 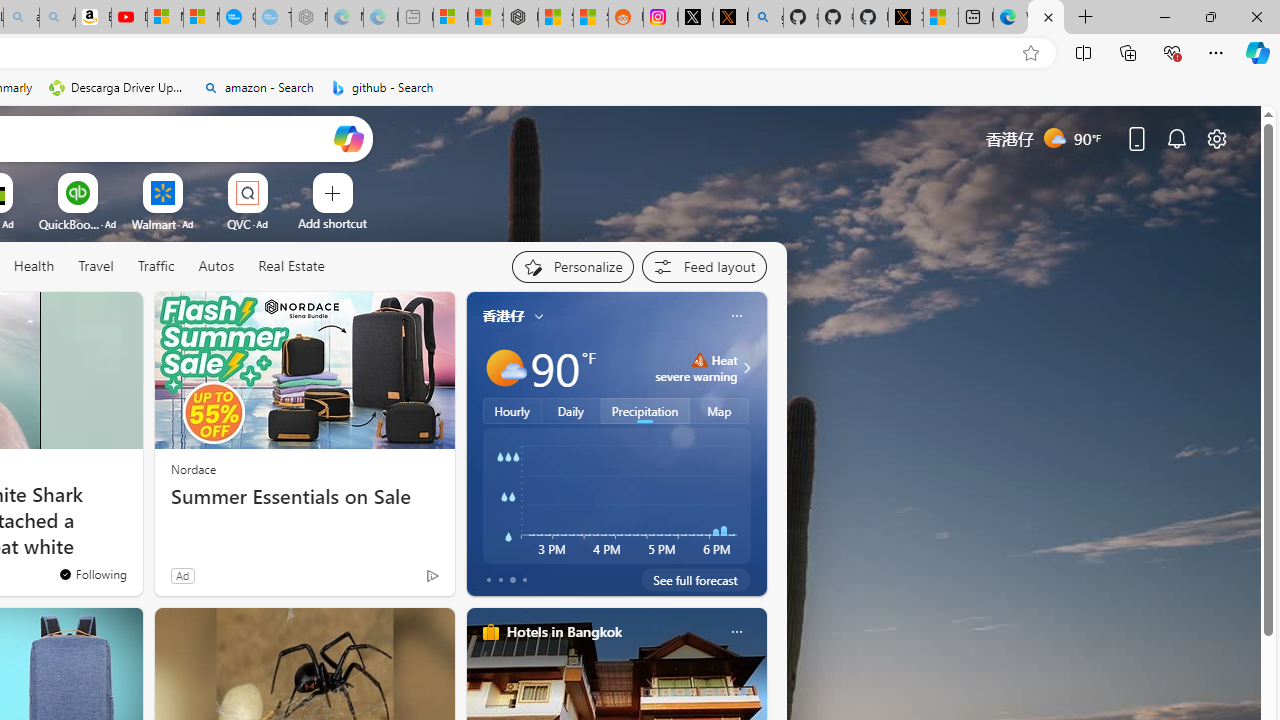 I want to click on 'See full forecast', so click(x=695, y=579).